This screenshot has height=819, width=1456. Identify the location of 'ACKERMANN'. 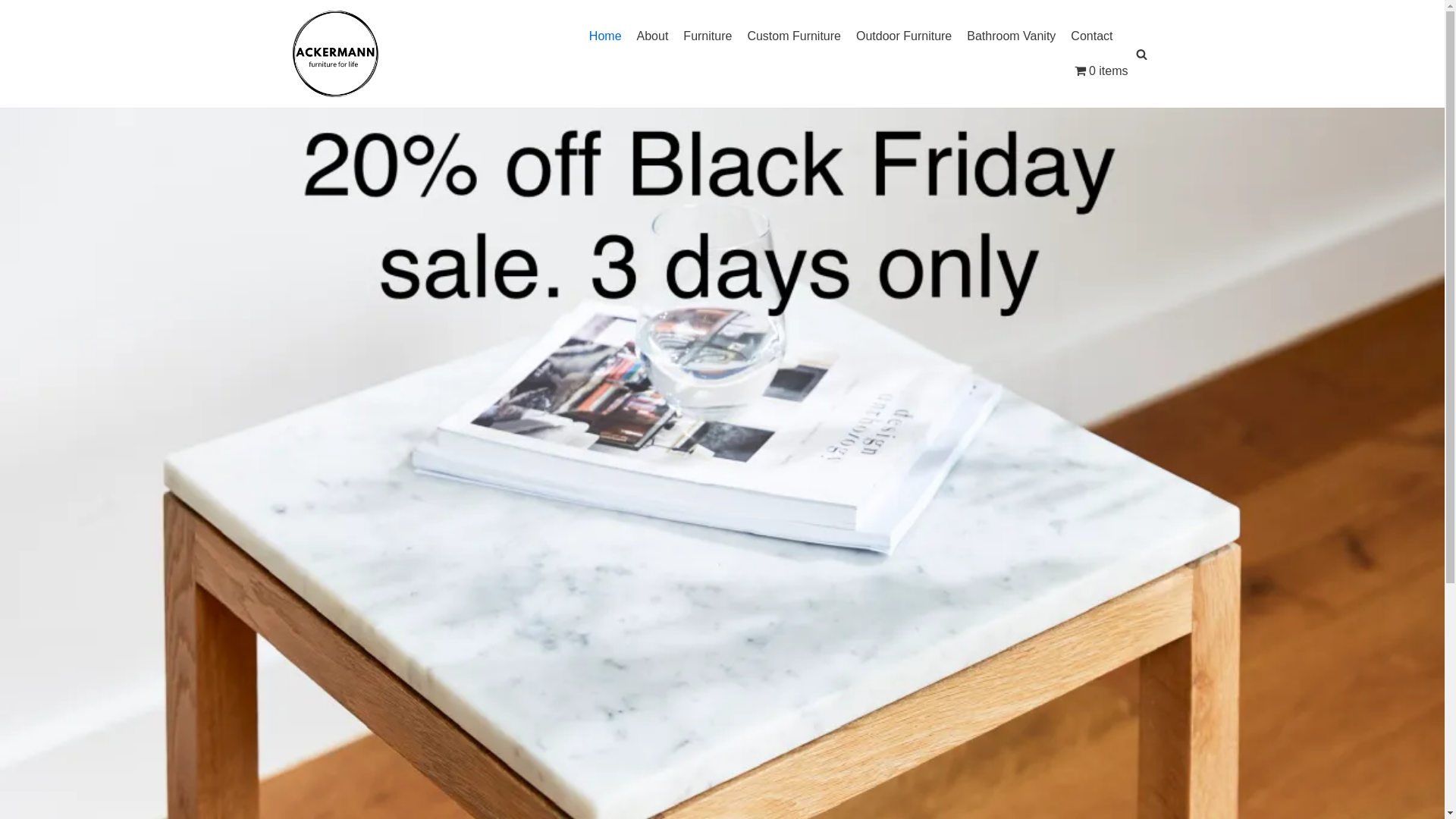
(334, 52).